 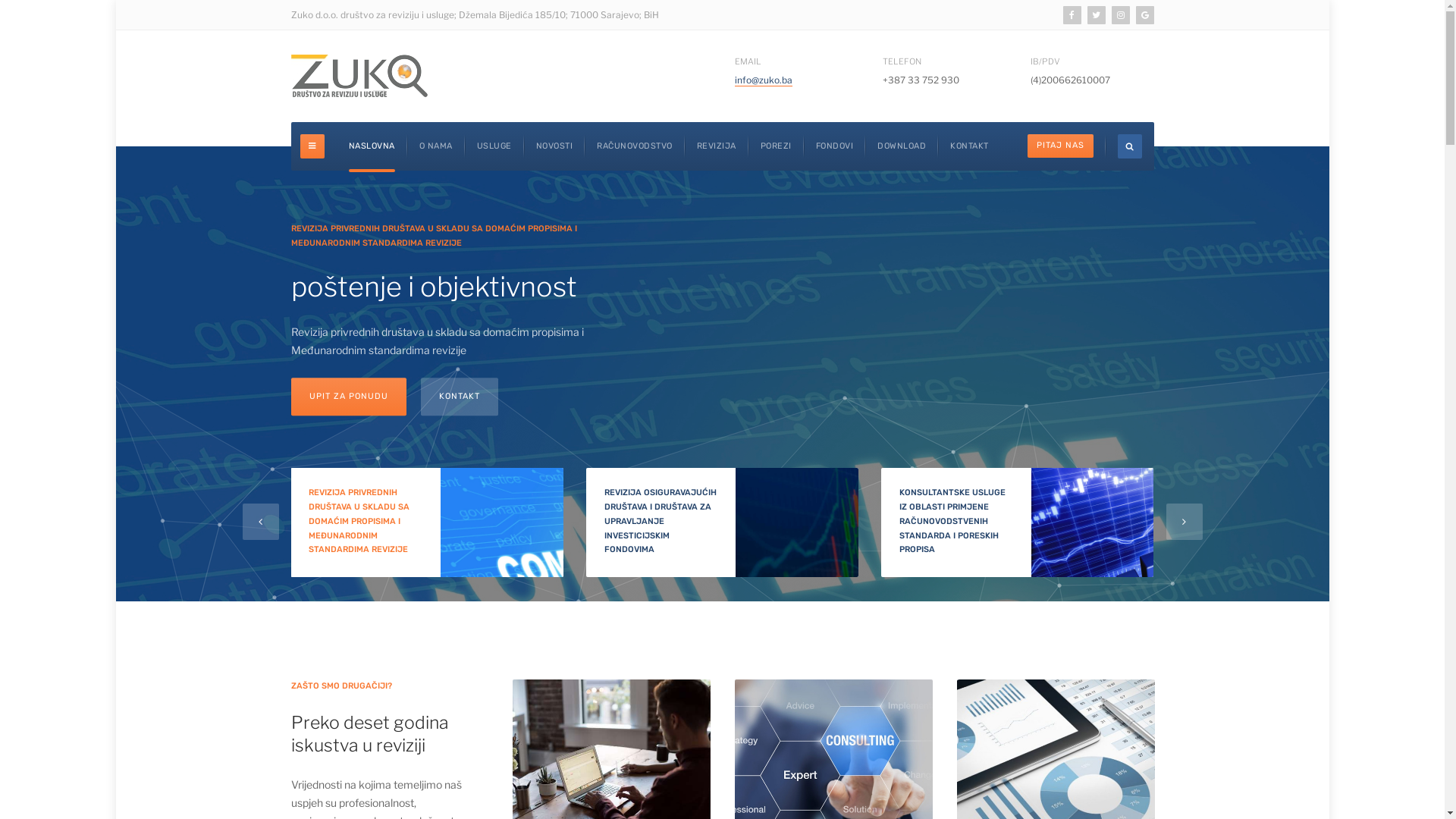 I want to click on 'Facebook', so click(x=1072, y=14).